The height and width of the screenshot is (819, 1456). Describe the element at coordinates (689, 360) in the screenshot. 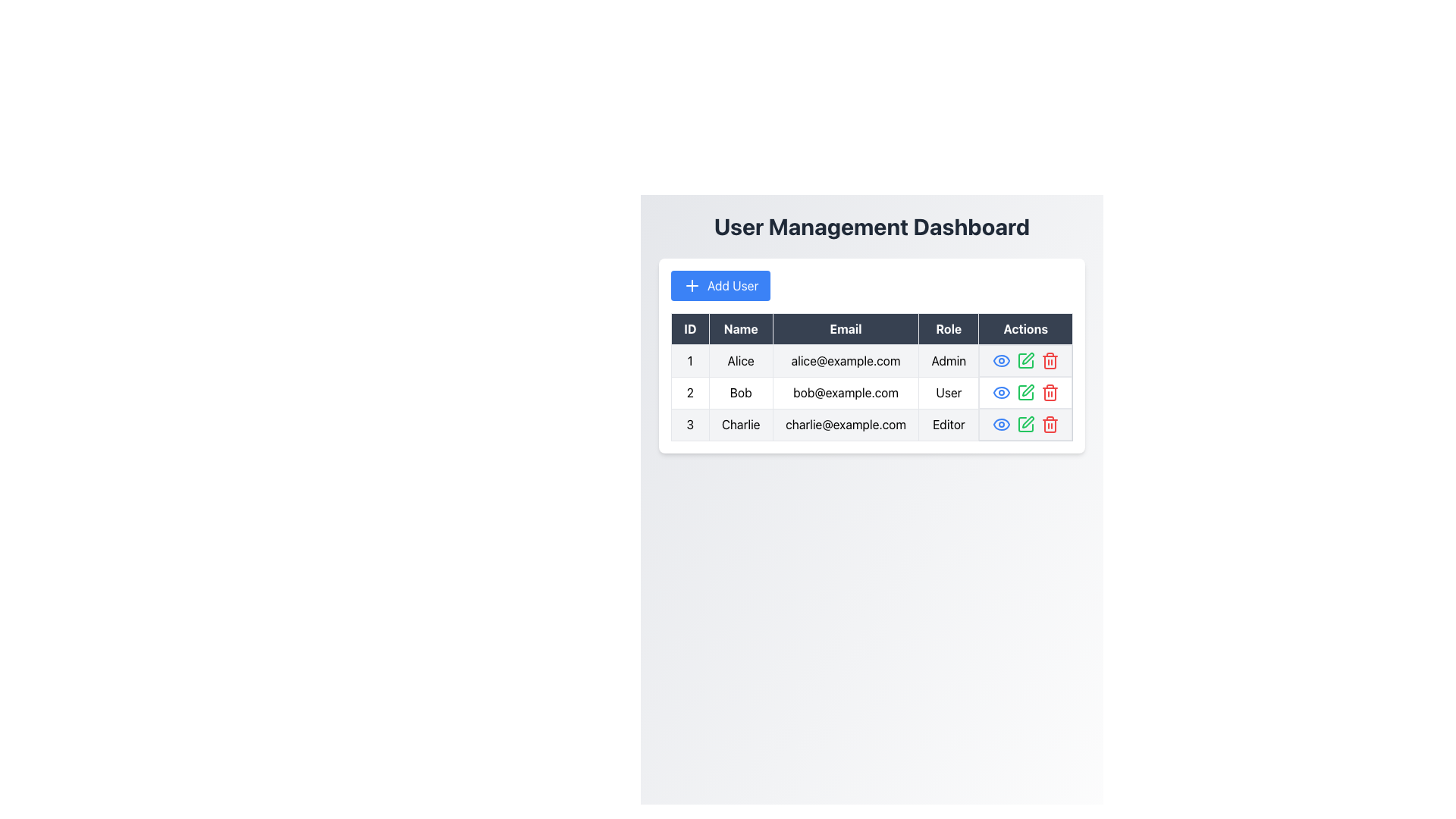

I see `the first cell in the first row of the table body that displays the ID number, located under the 'ID' column header and adjacent to the 'Alice' cell in the 'Name' column, to focus it` at that location.